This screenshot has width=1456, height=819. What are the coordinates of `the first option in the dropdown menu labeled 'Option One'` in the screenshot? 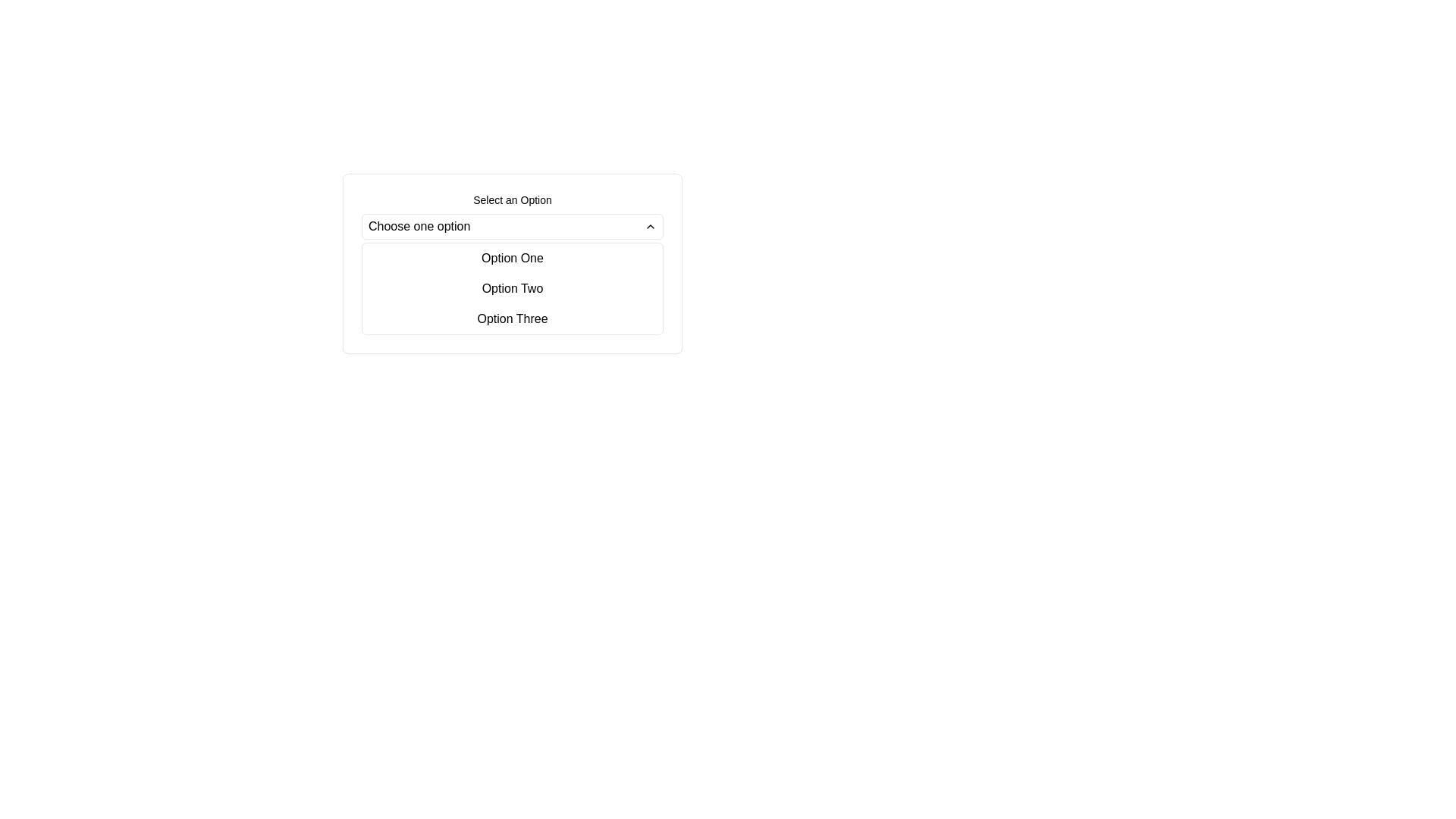 It's located at (513, 257).